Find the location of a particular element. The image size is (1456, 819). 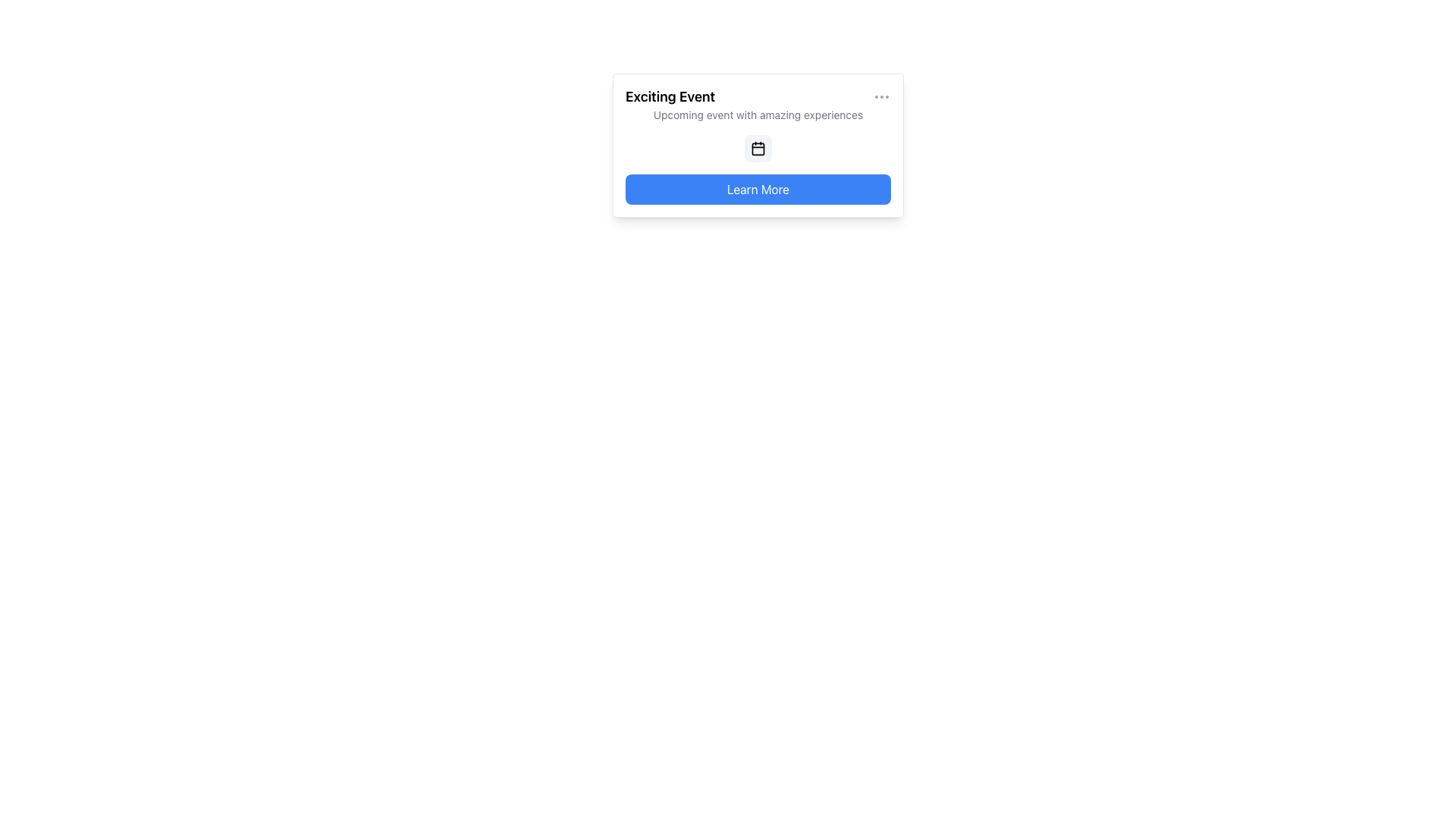

the calendar icon is located at coordinates (758, 149).